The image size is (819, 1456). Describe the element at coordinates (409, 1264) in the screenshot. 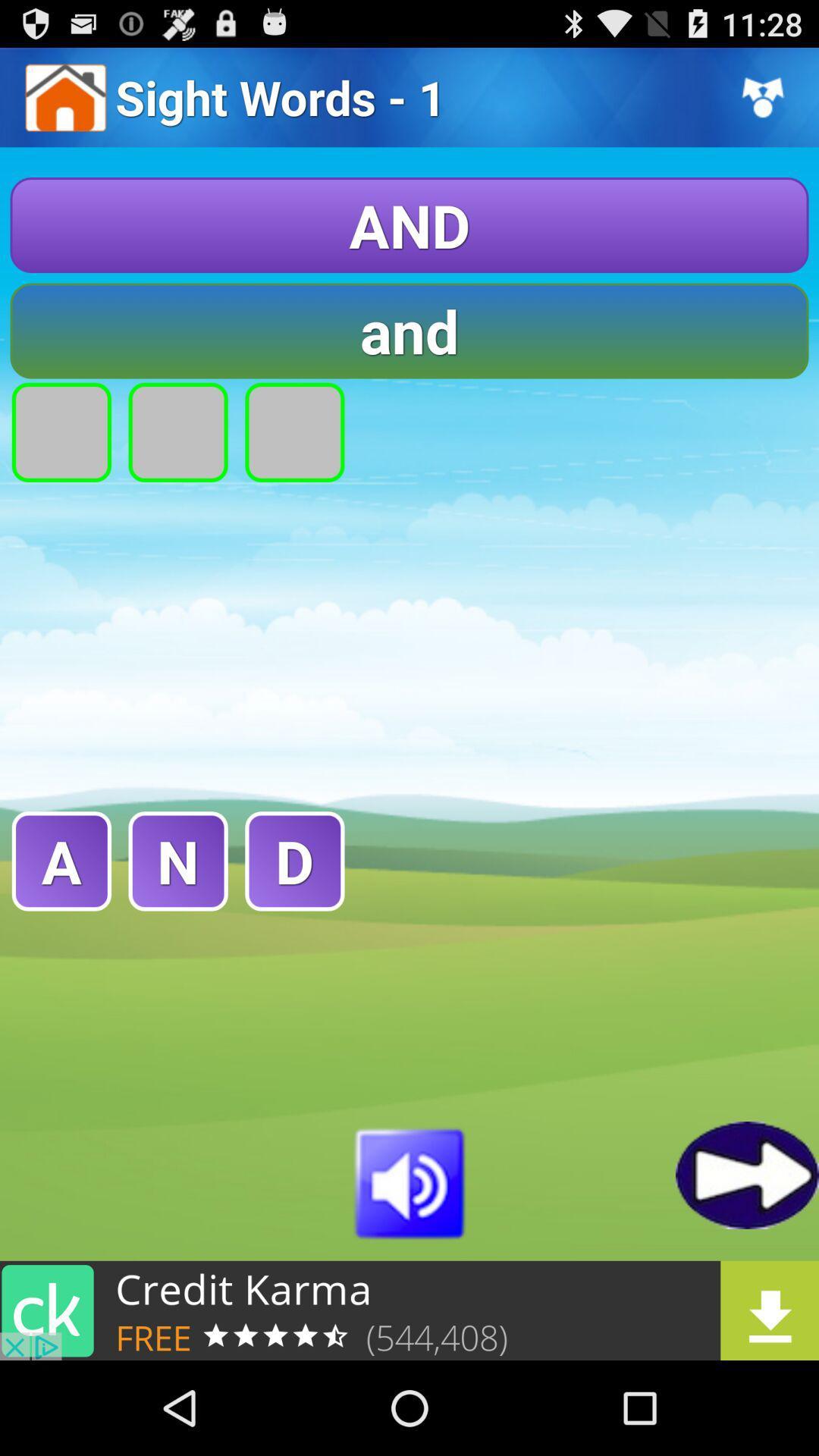

I see `the volume icon` at that location.